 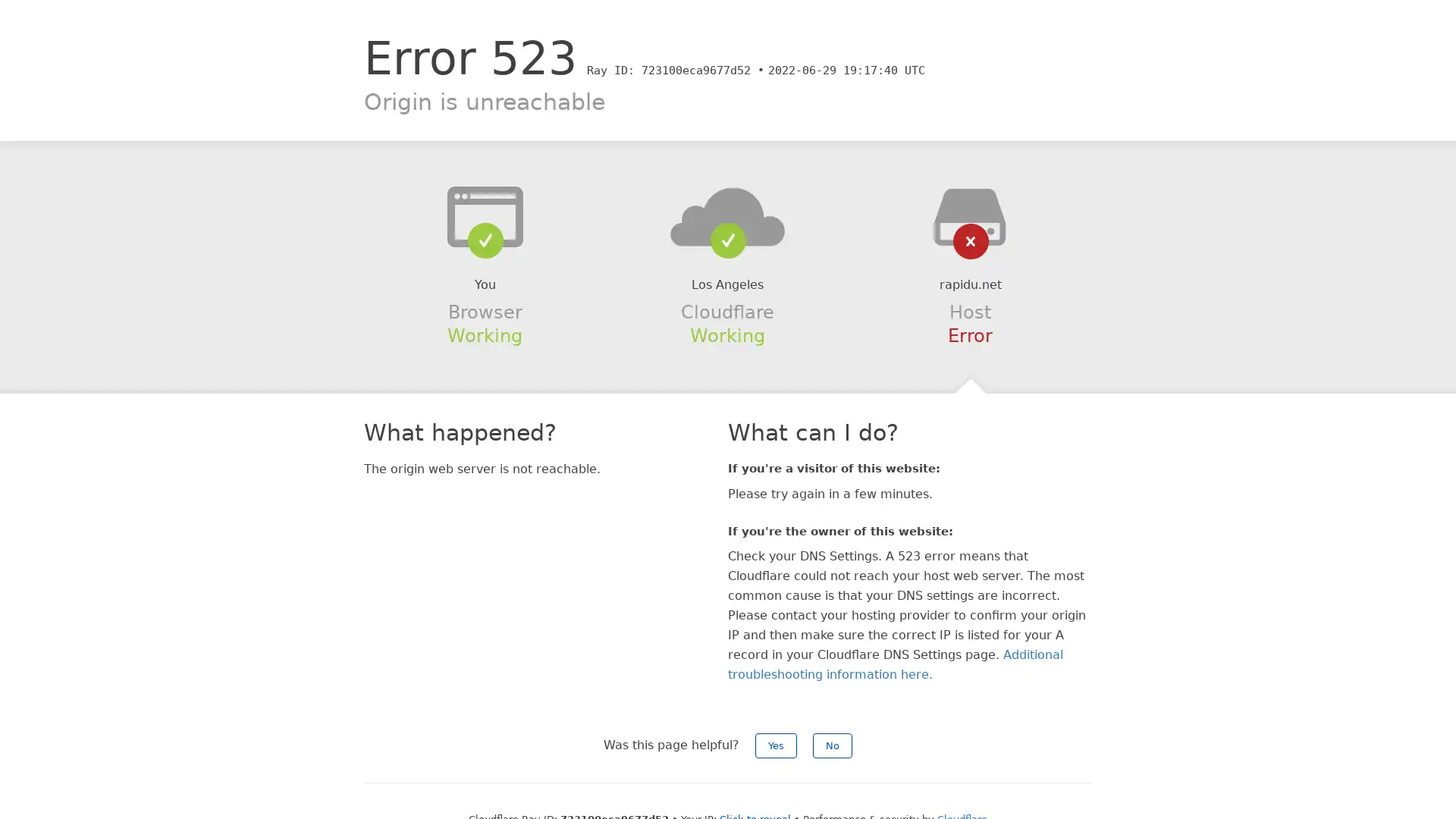 What do you see at coordinates (832, 745) in the screenshot?
I see `No` at bounding box center [832, 745].